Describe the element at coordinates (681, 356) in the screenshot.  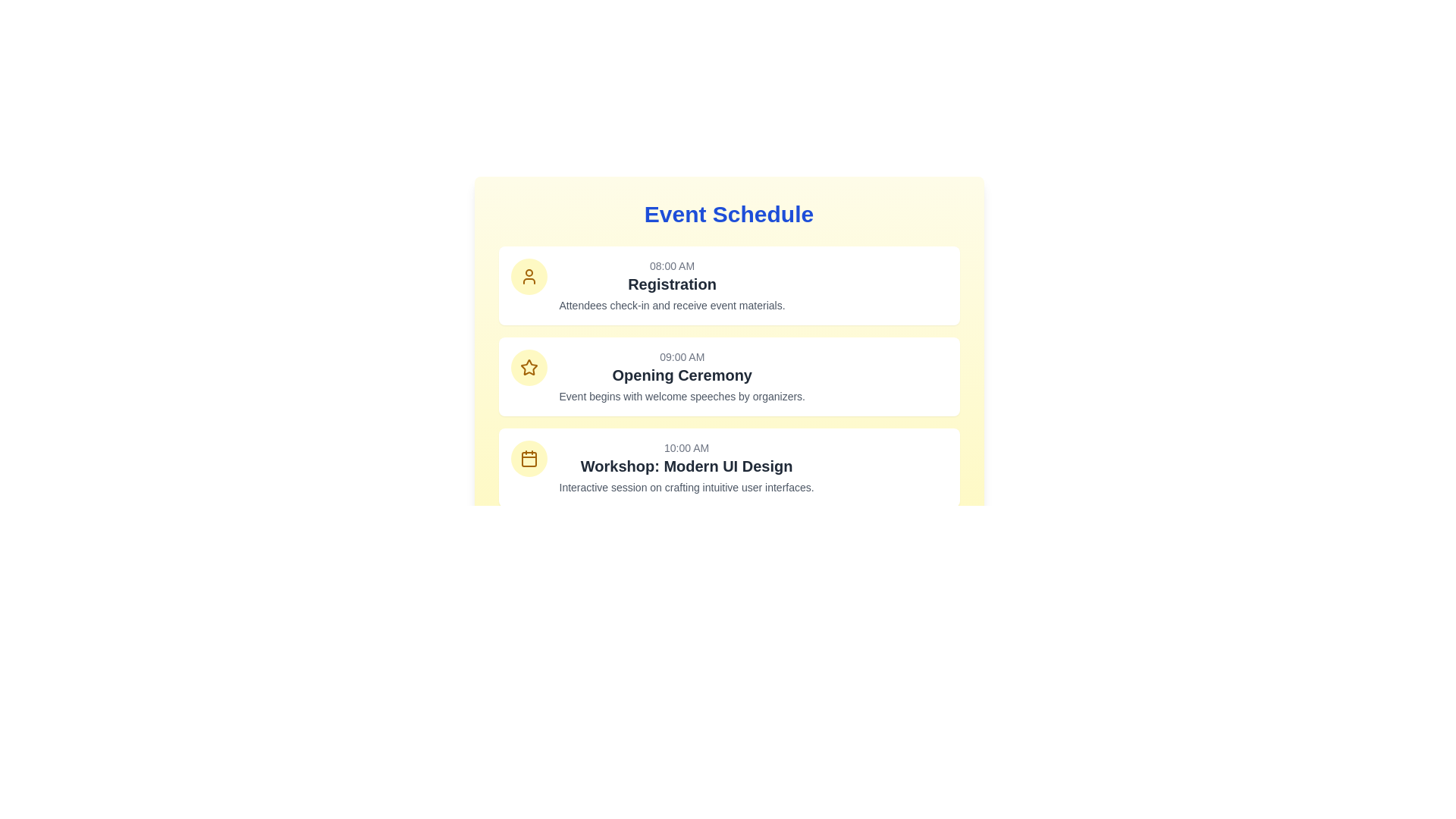
I see `the text label displaying '09:00 AM' in gray font, located above the title 'Opening Ceremony' in the second event block` at that location.